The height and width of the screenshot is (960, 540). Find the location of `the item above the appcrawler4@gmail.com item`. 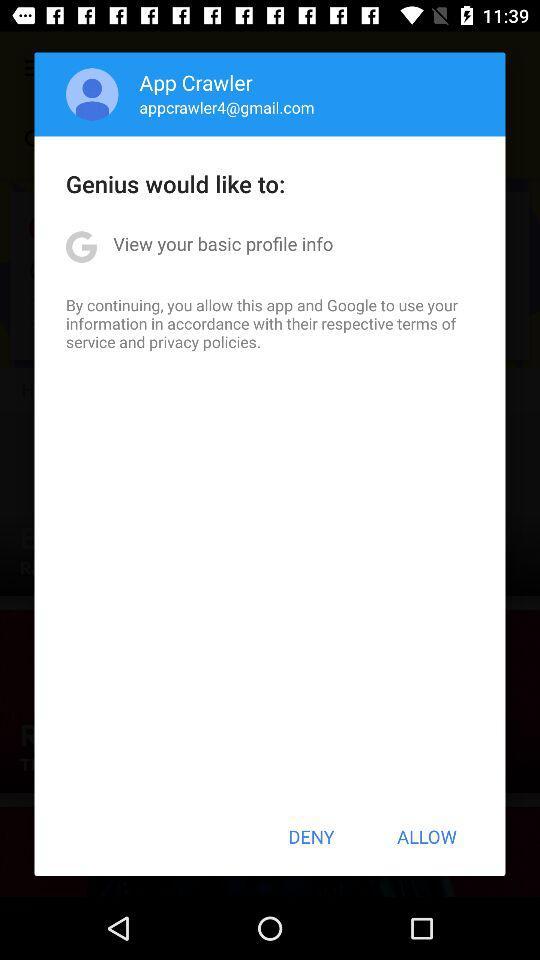

the item above the appcrawler4@gmail.com item is located at coordinates (196, 82).